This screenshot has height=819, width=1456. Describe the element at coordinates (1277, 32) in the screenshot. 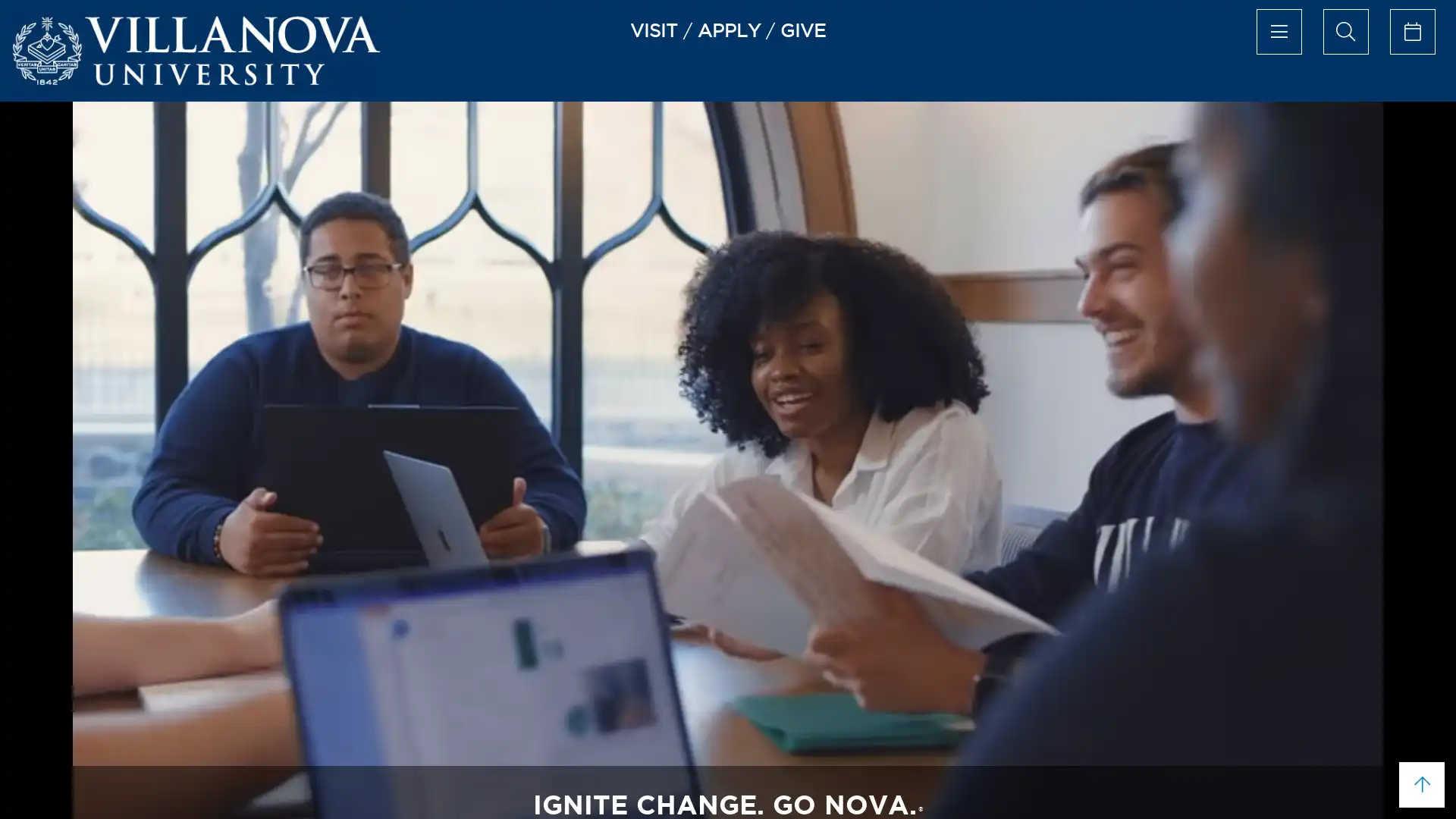

I see `main menu` at that location.